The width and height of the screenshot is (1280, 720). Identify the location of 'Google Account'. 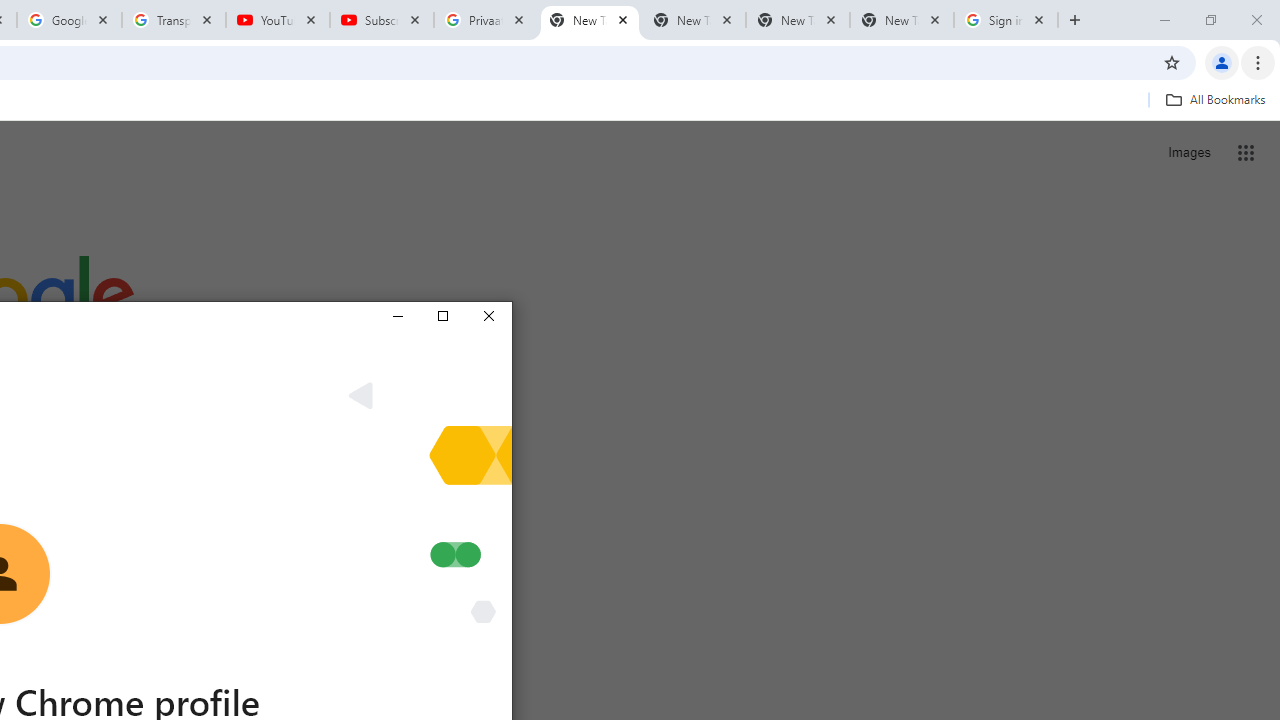
(69, 20).